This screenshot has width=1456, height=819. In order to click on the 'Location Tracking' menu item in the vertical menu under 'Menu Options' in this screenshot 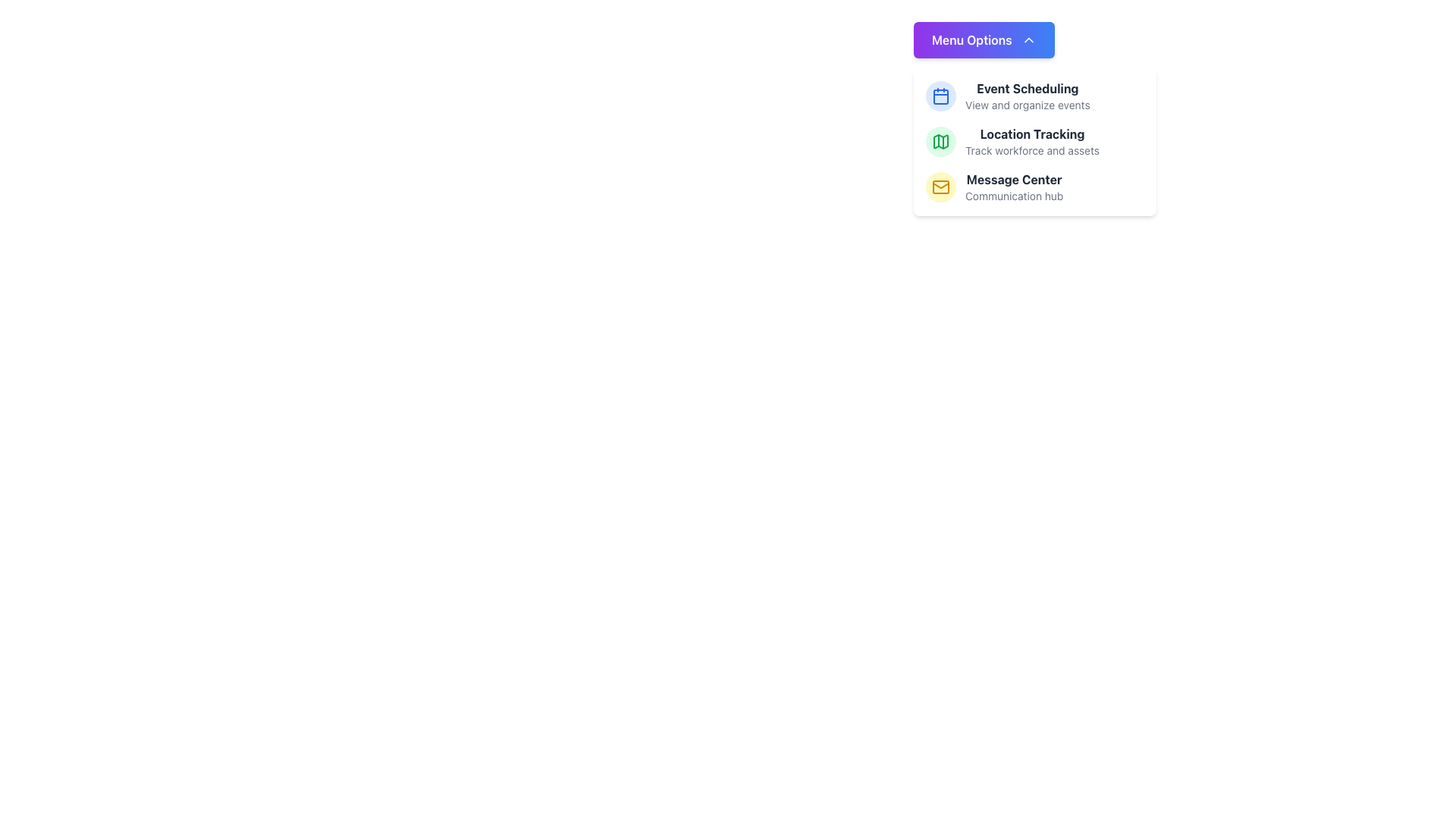, I will do `click(1031, 141)`.